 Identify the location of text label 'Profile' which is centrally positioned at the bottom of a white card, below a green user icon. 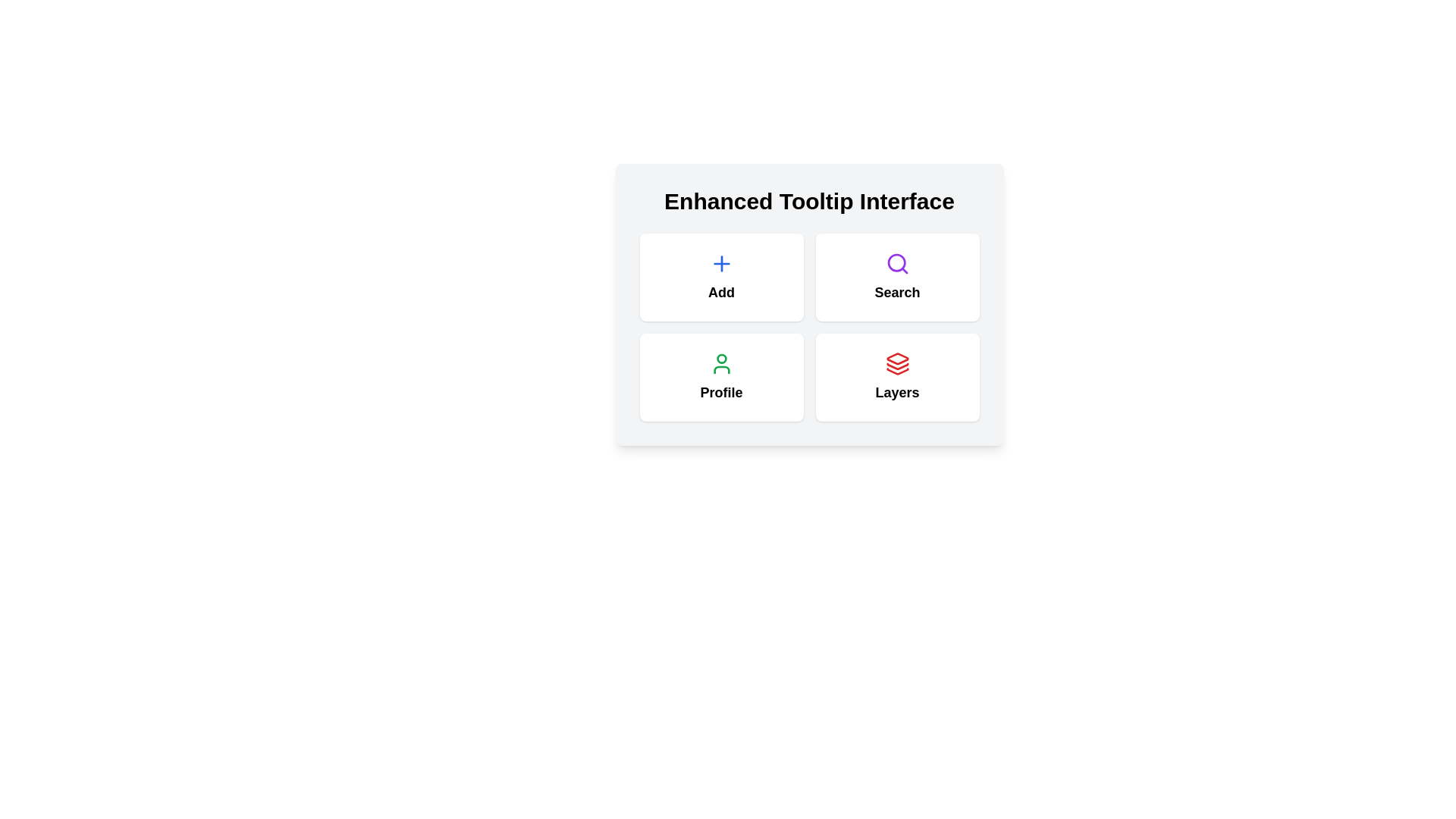
(720, 391).